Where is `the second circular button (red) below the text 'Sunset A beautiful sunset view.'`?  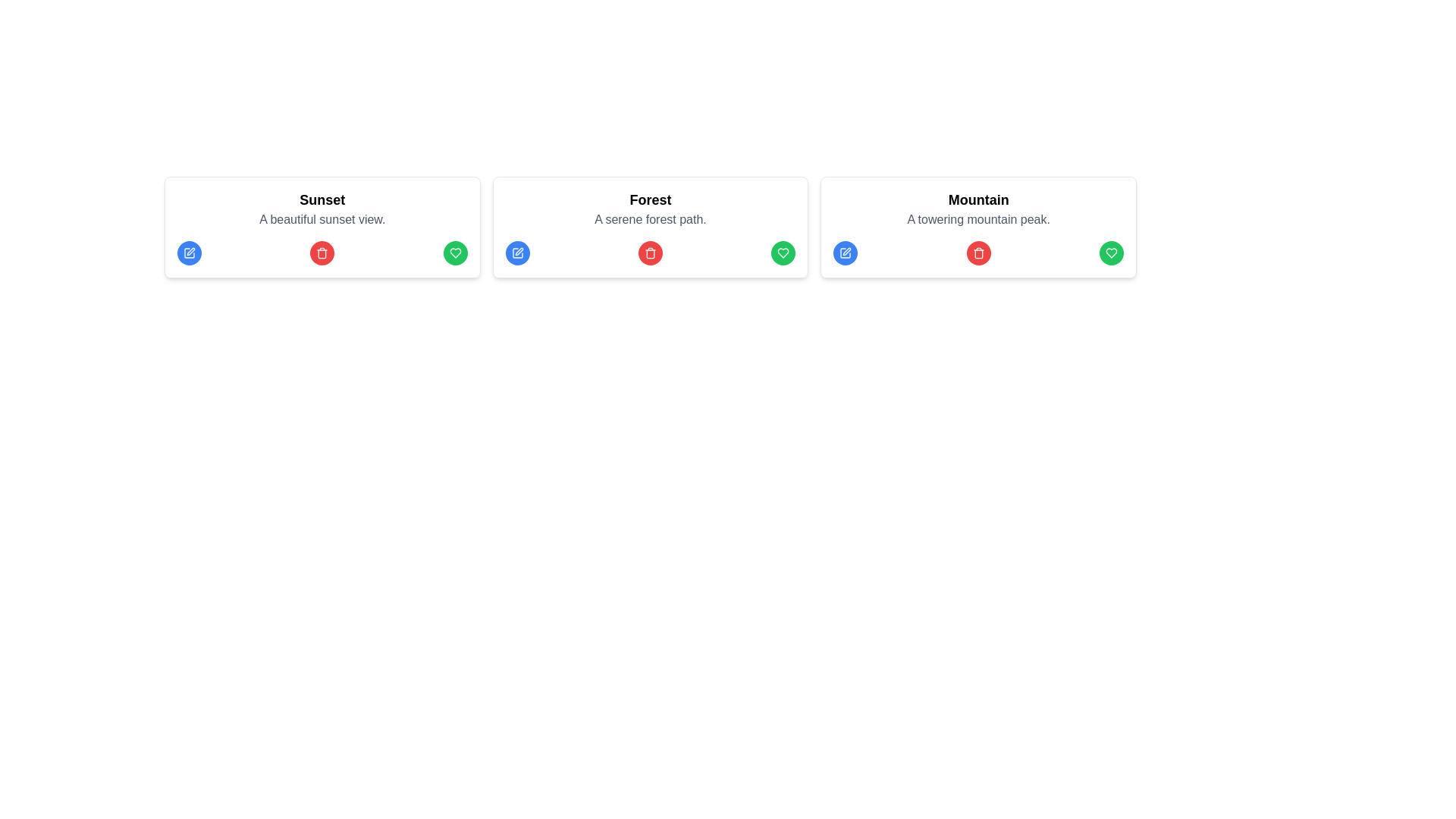 the second circular button (red) below the text 'Sunset A beautiful sunset view.' is located at coordinates (322, 253).